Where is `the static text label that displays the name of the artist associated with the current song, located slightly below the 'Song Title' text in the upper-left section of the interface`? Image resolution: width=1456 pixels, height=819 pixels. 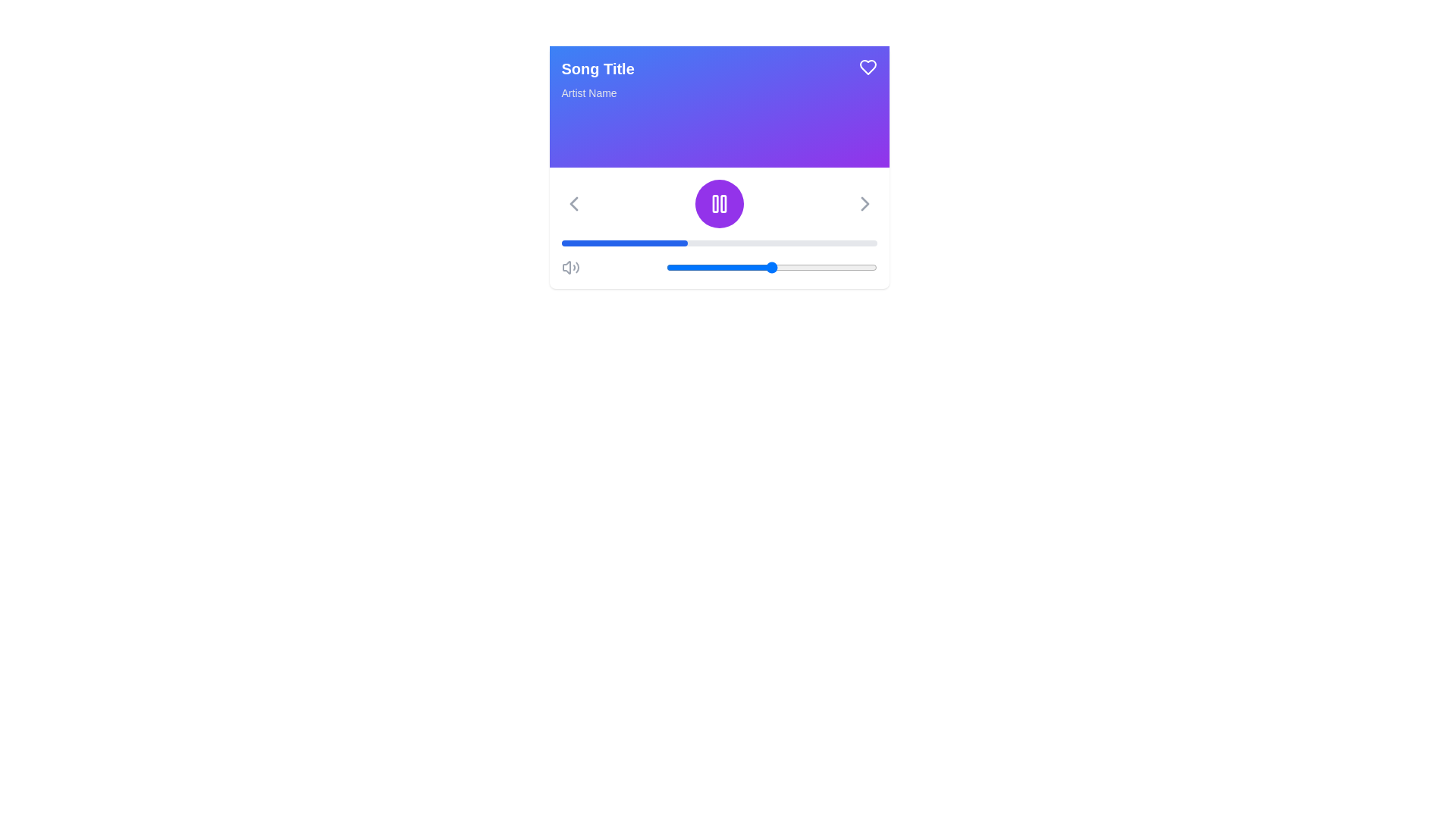 the static text label that displays the name of the artist associated with the current song, located slightly below the 'Song Title' text in the upper-left section of the interface is located at coordinates (588, 93).